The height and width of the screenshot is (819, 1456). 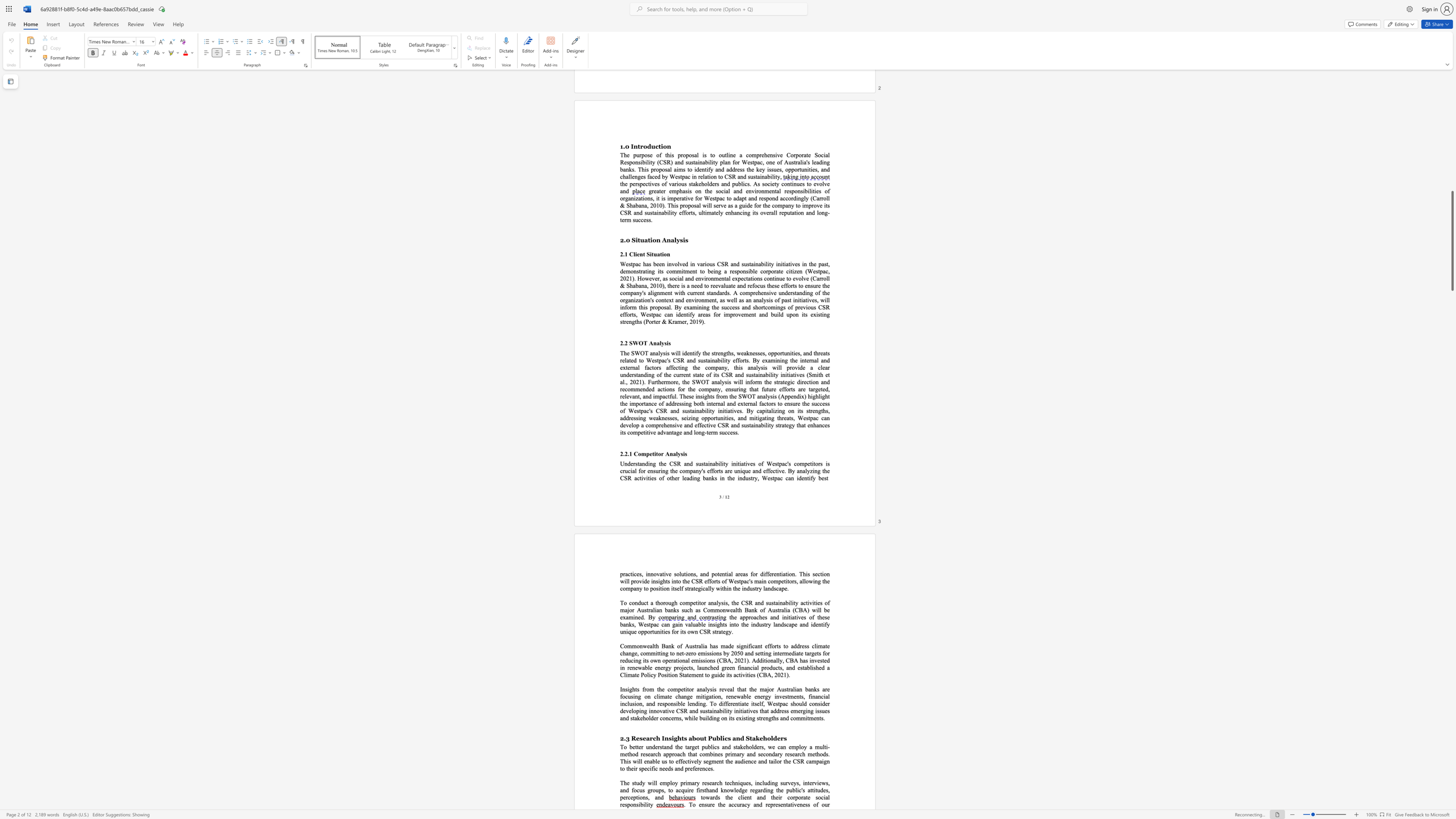 I want to click on the 1th character "b" in the text, so click(x=794, y=790).